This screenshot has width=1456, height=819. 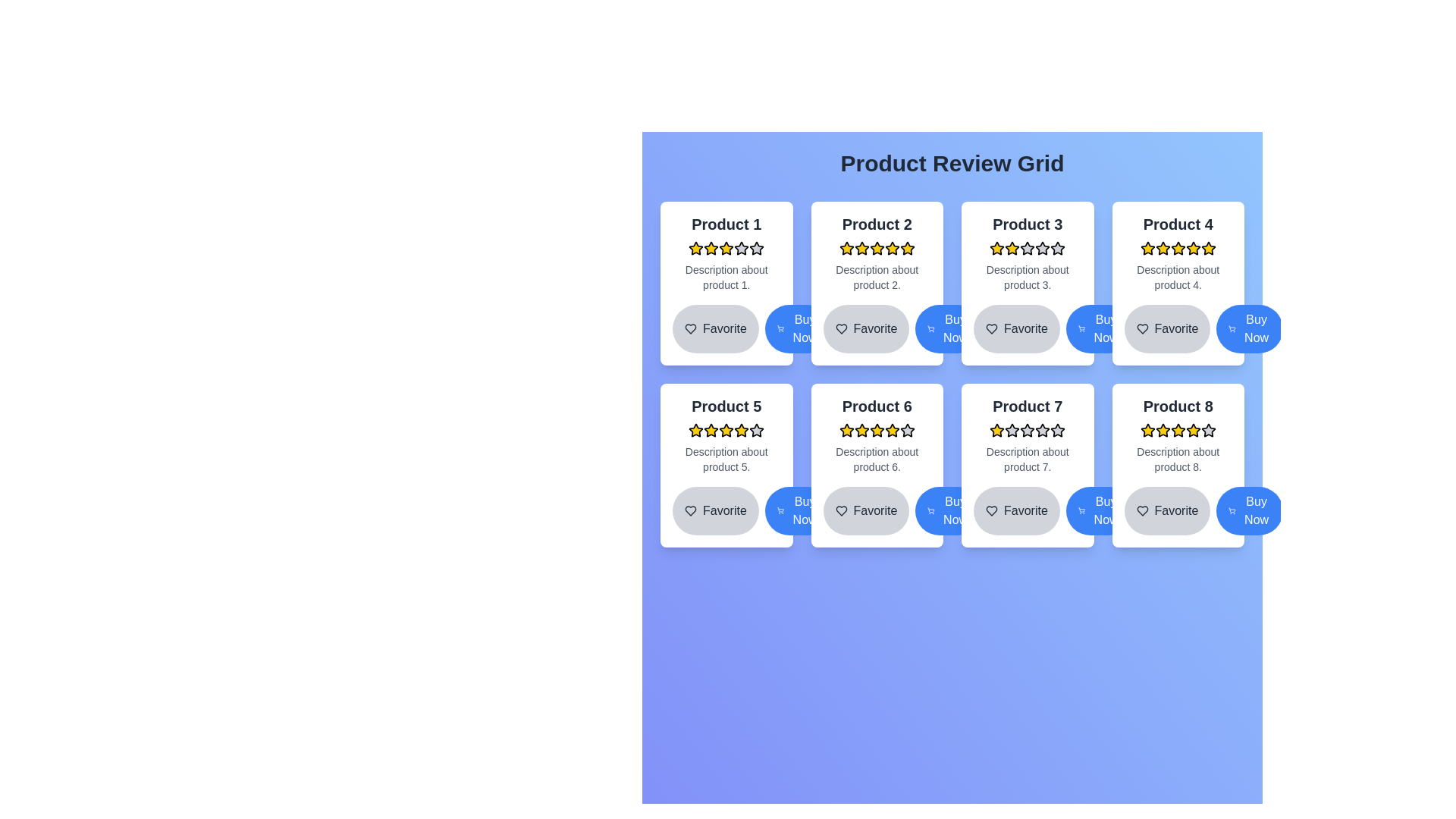 I want to click on the fourth yellow star icon in the rating system for 'Product 5' via assistive devices, so click(x=742, y=430).